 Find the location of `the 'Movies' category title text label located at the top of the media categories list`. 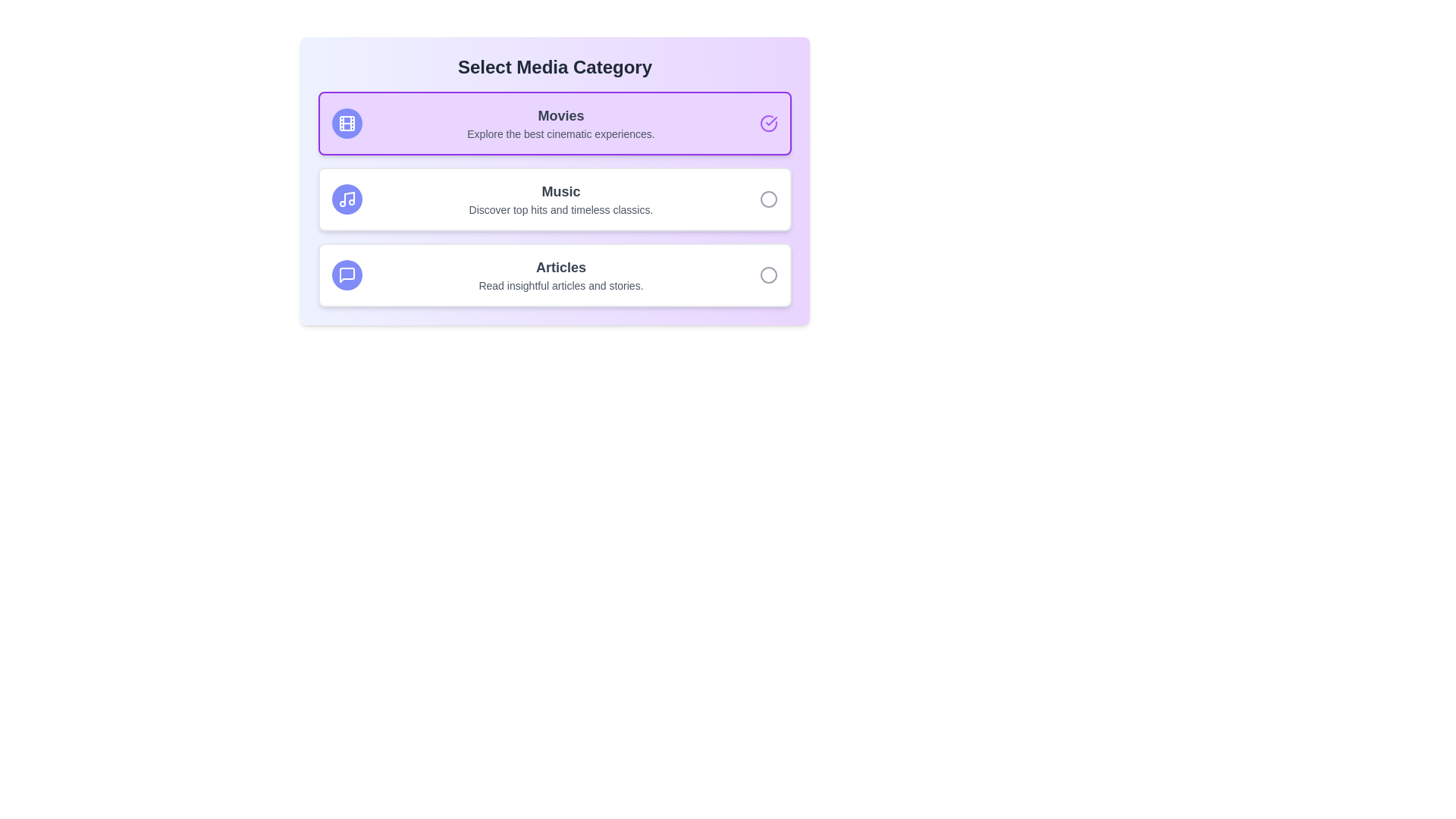

the 'Movies' category title text label located at the top of the media categories list is located at coordinates (560, 115).